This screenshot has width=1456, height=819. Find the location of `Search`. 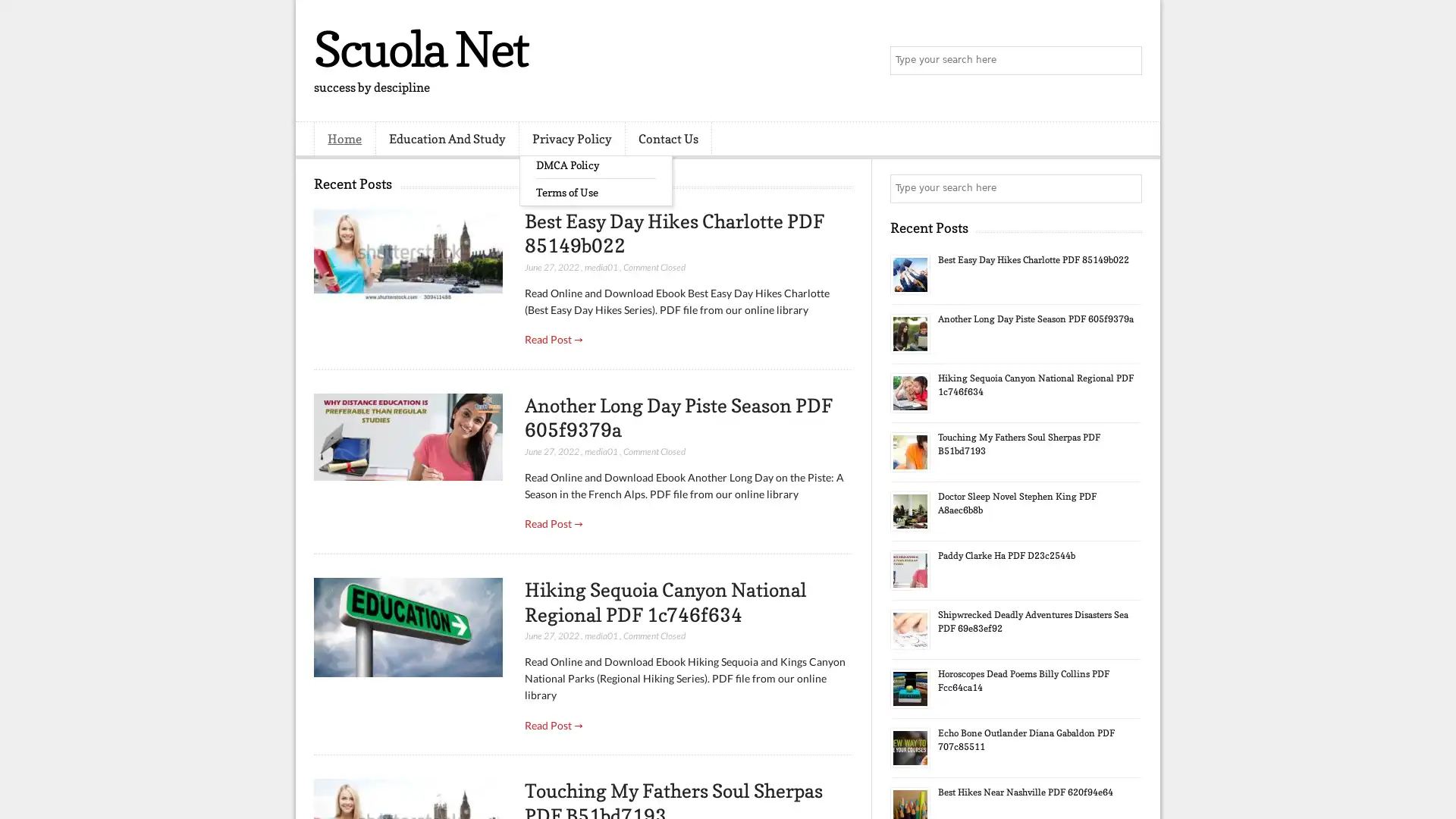

Search is located at coordinates (1126, 188).